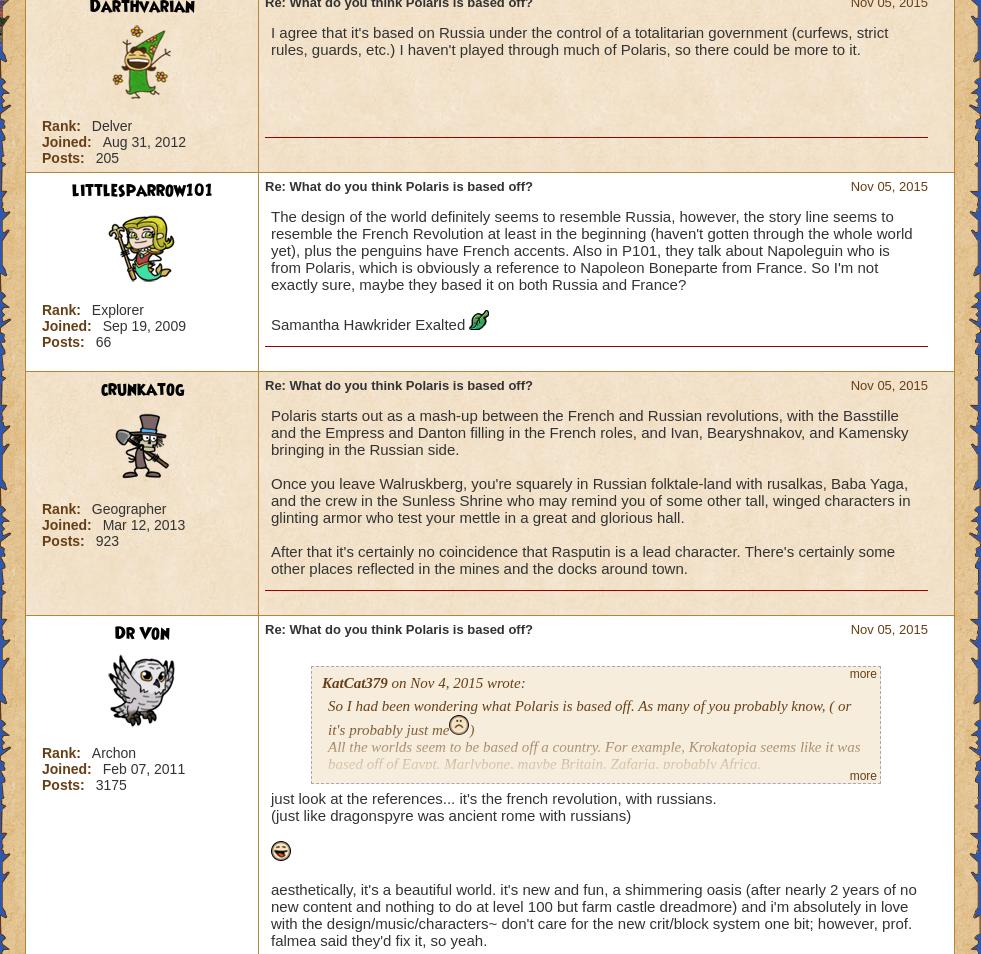 Image resolution: width=981 pixels, height=954 pixels. I want to click on 'Explorer', so click(116, 309).